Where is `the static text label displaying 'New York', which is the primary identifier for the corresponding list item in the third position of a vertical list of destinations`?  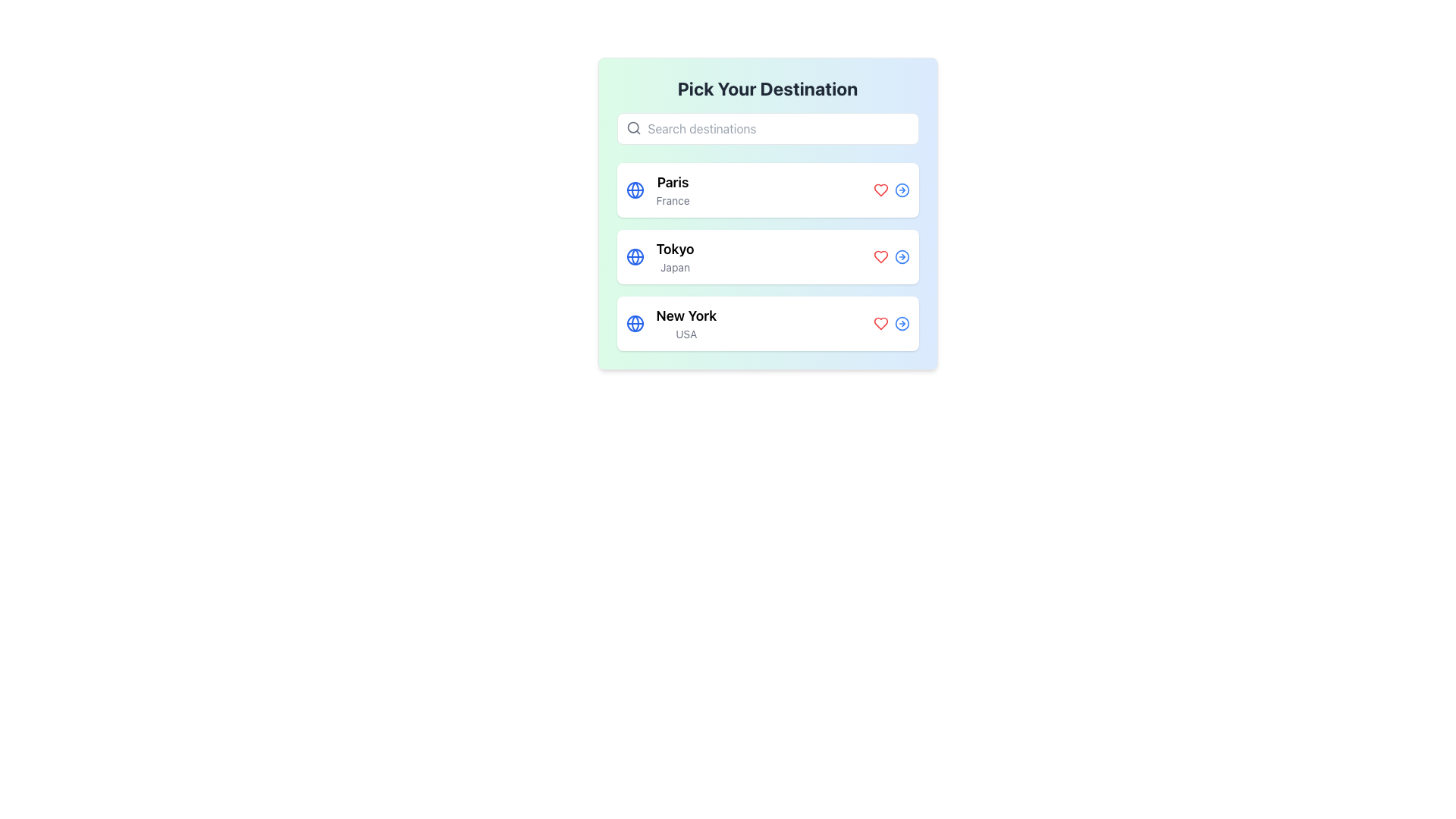 the static text label displaying 'New York', which is the primary identifier for the corresponding list item in the third position of a vertical list of destinations is located at coordinates (686, 315).